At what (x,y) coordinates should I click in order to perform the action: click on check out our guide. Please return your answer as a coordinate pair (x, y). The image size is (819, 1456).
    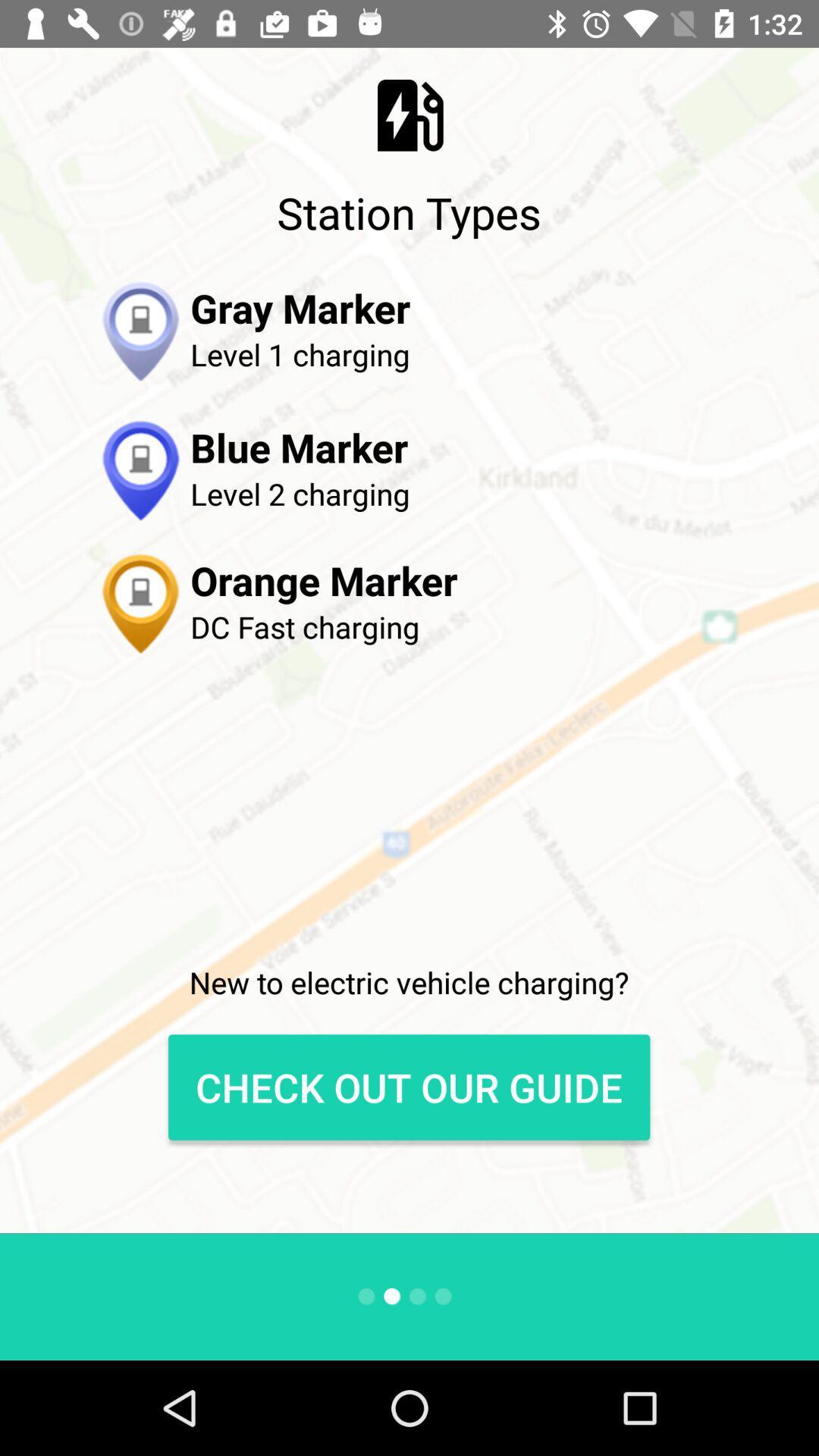
    Looking at the image, I should click on (409, 1087).